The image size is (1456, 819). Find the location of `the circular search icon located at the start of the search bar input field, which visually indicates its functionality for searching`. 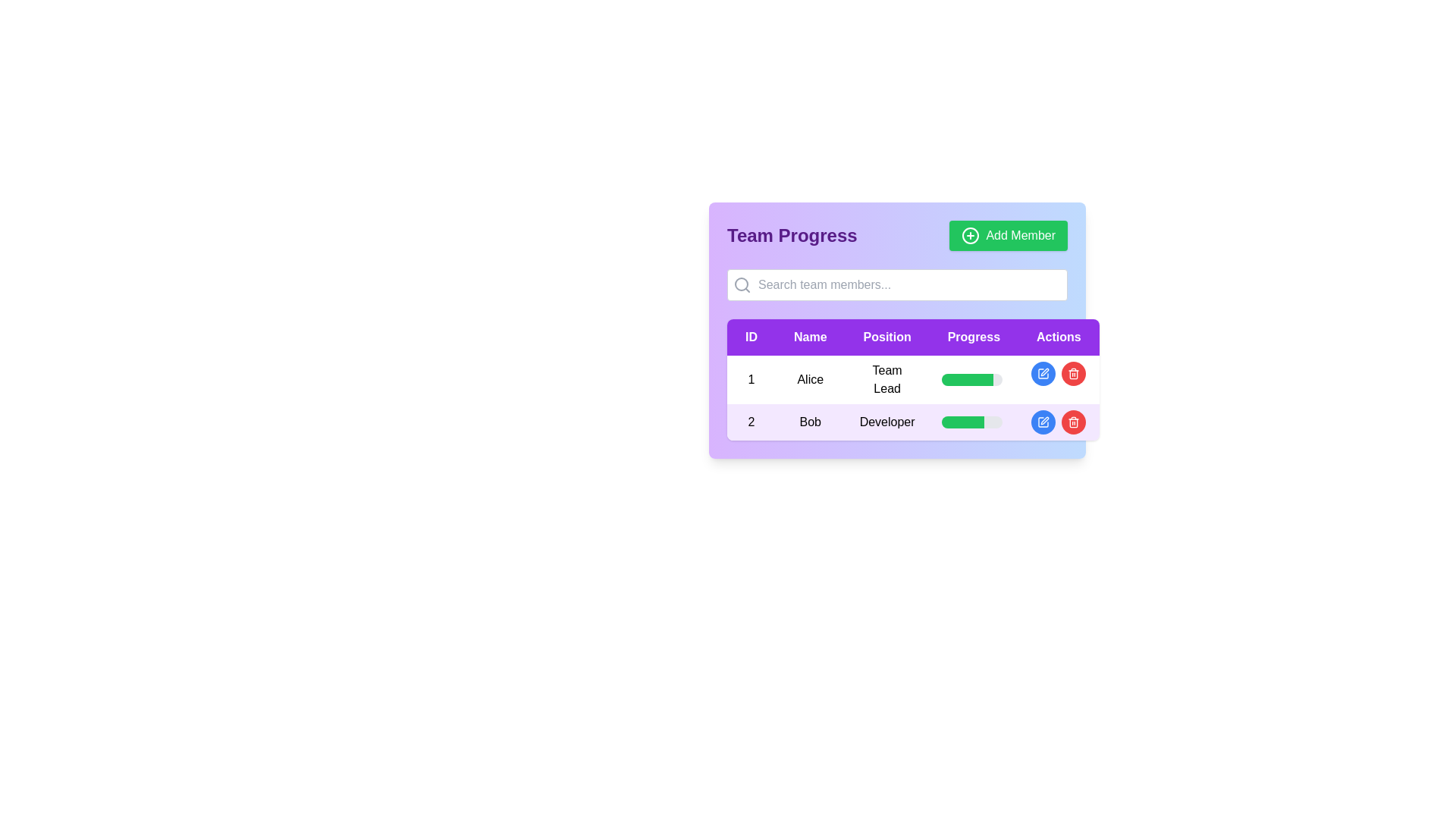

the circular search icon located at the start of the search bar input field, which visually indicates its functionality for searching is located at coordinates (742, 284).